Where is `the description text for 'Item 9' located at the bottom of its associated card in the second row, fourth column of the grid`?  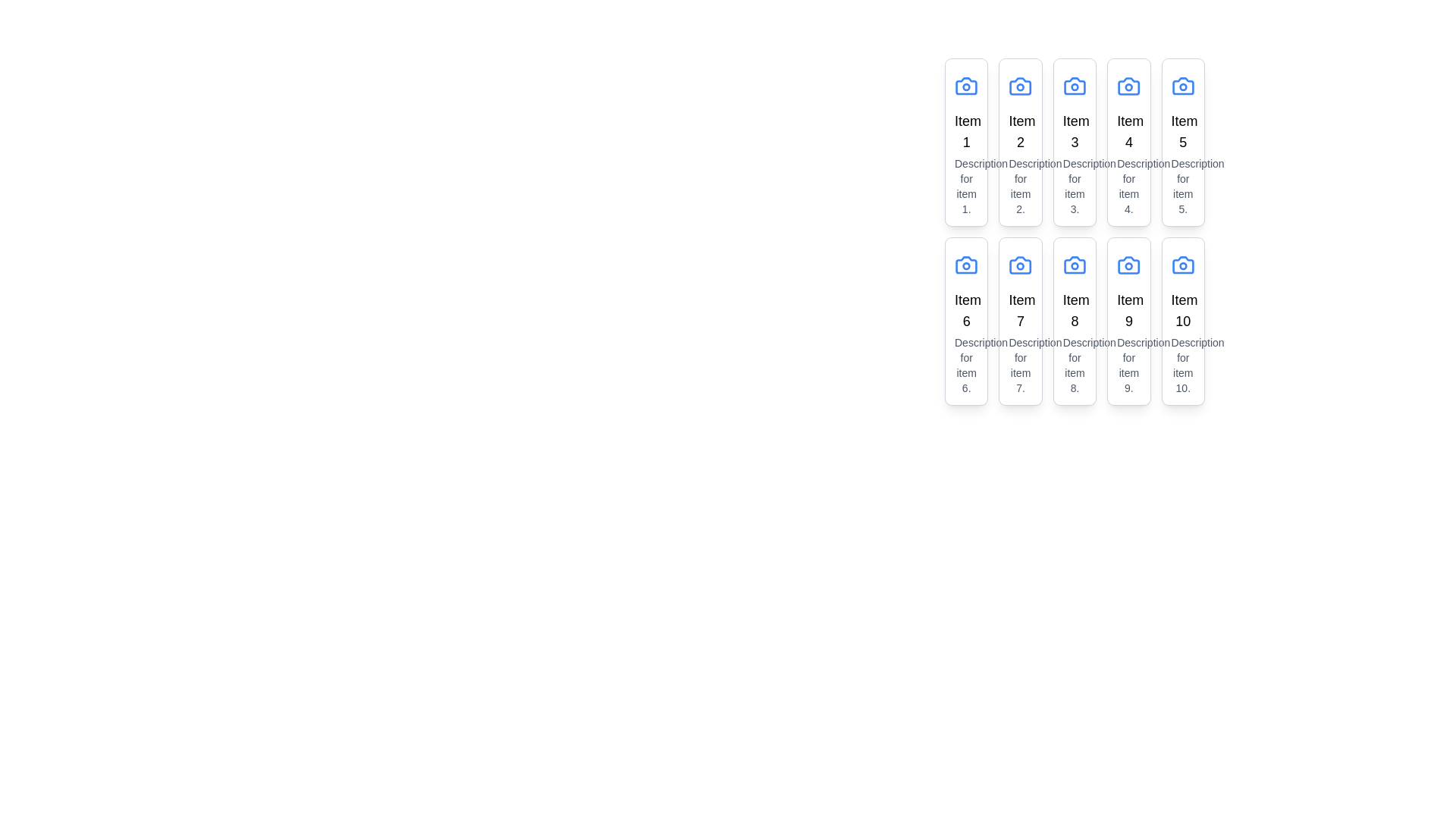 the description text for 'Item 9' located at the bottom of its associated card in the second row, fourth column of the grid is located at coordinates (1128, 366).